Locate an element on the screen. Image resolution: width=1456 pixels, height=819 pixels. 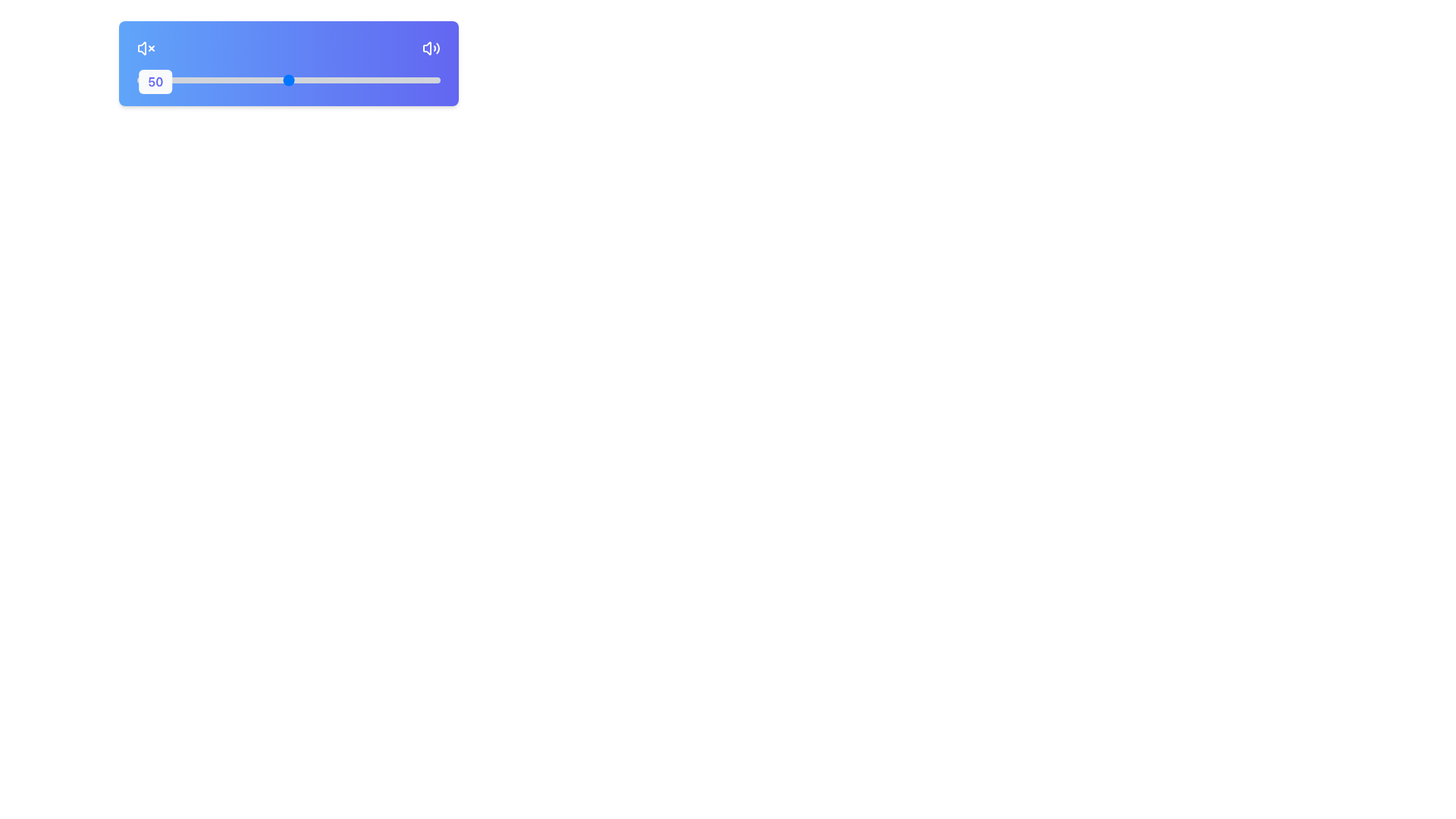
the slider is located at coordinates (358, 80).